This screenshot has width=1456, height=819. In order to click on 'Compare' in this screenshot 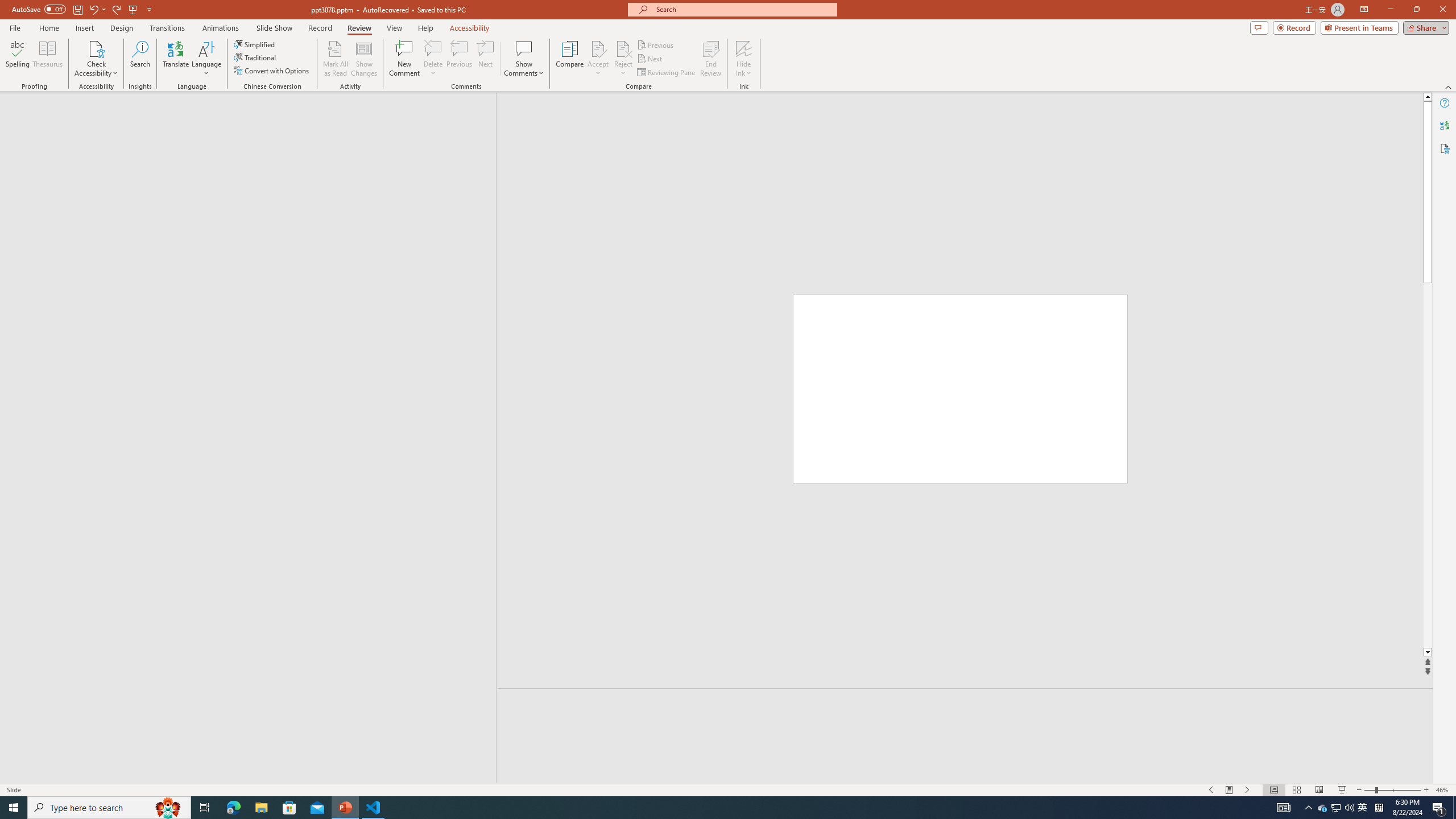, I will do `click(570, 59)`.